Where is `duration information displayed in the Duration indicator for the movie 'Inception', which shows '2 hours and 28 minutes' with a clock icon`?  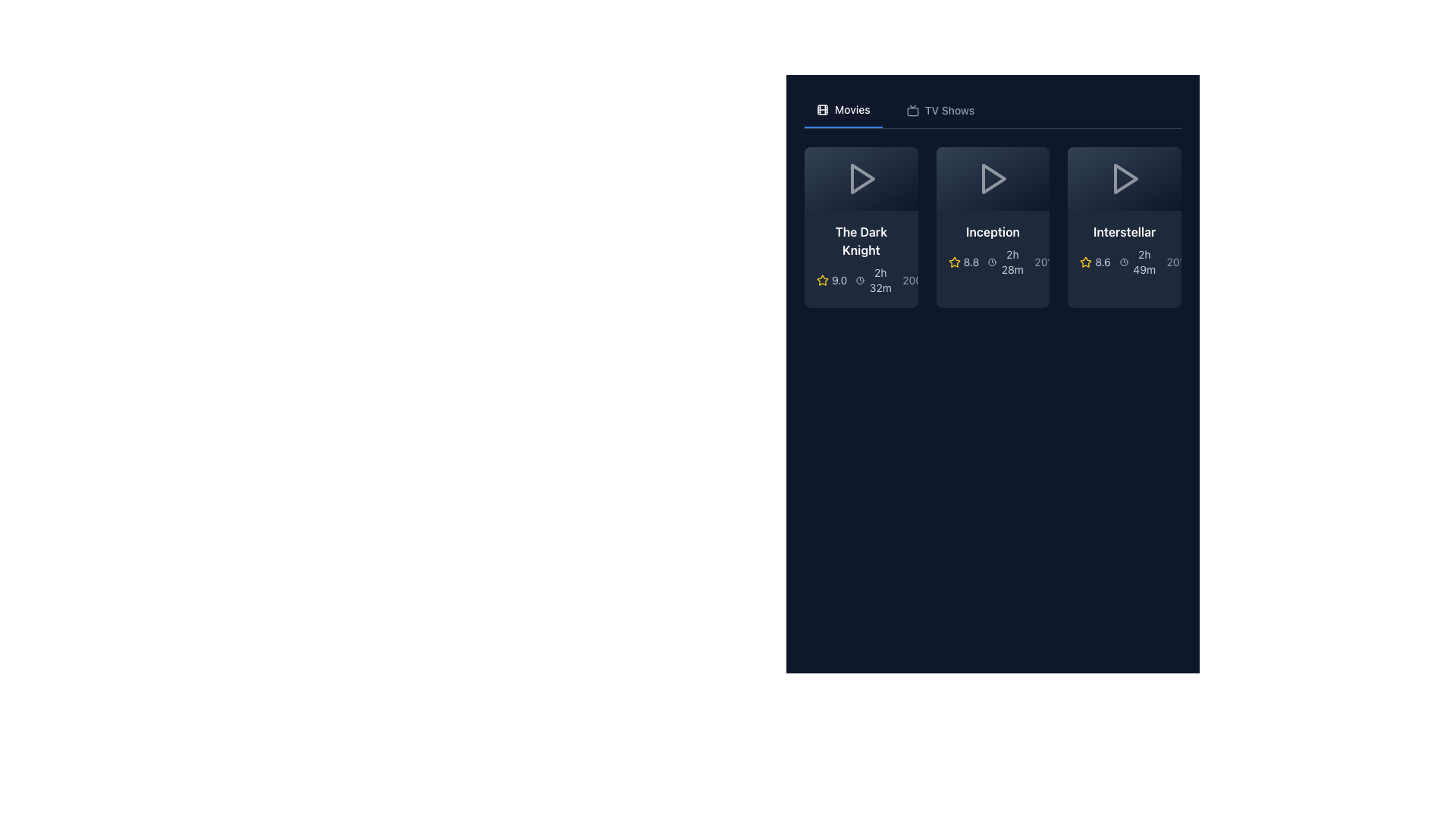 duration information displayed in the Duration indicator for the movie 'Inception', which shows '2 hours and 28 minutes' with a clock icon is located at coordinates (1006, 262).